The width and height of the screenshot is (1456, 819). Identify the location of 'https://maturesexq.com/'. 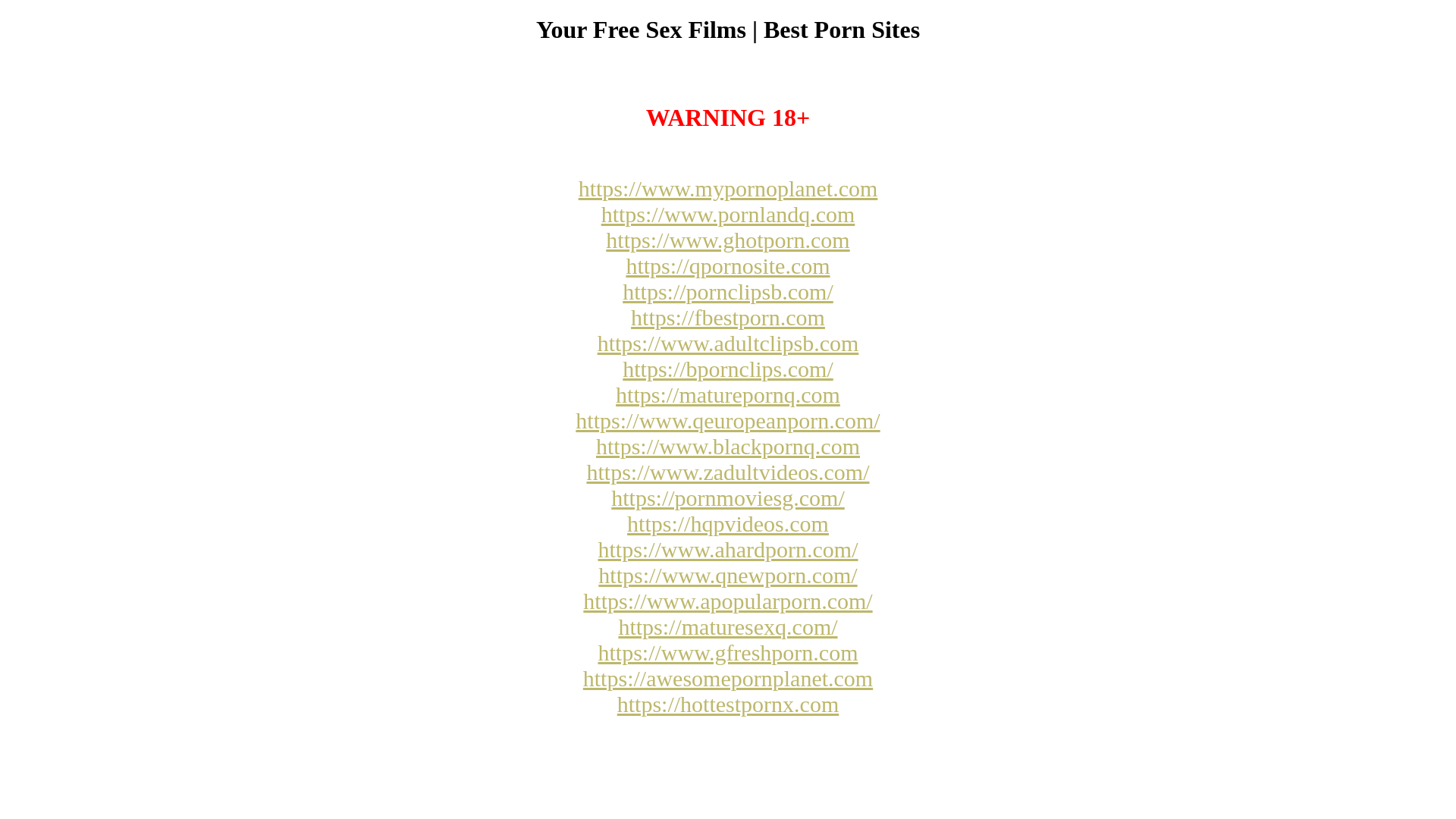
(726, 626).